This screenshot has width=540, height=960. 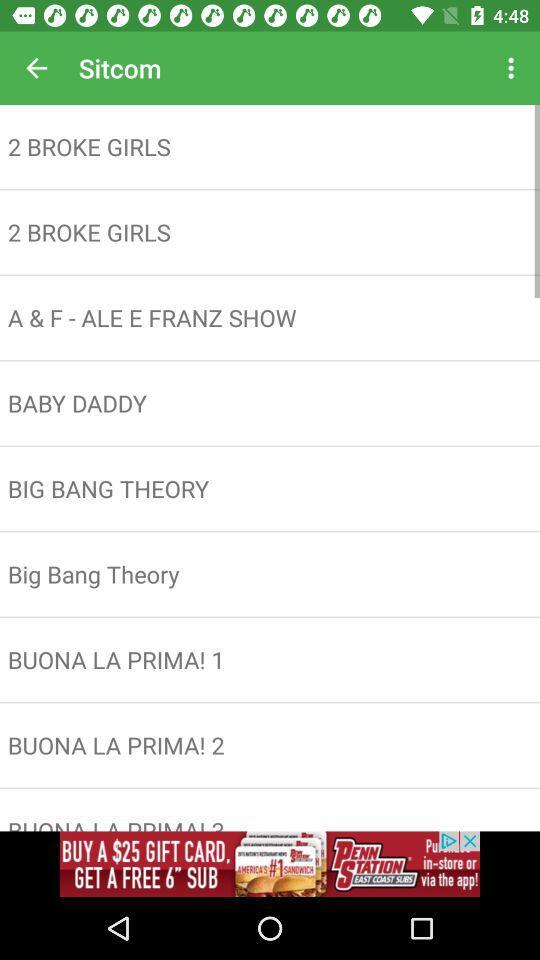 I want to click on advertisement, so click(x=270, y=863).